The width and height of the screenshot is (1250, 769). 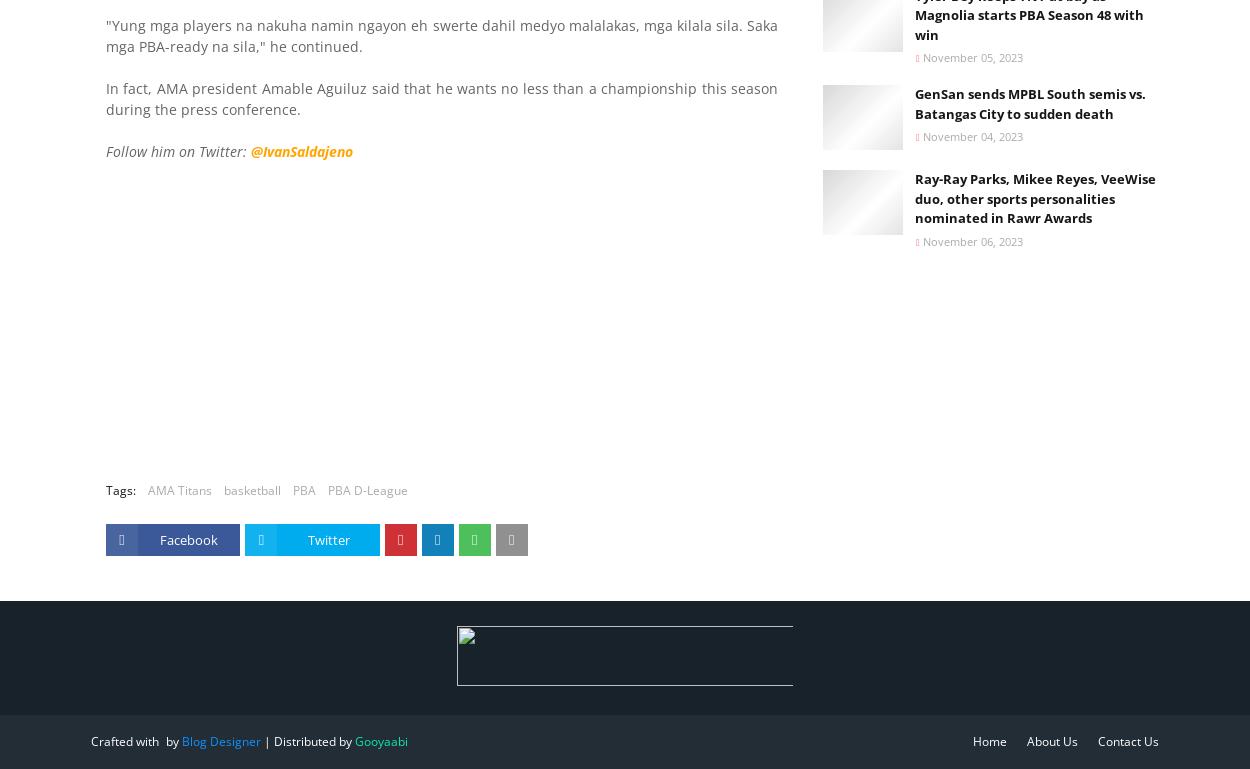 I want to click on '"', so click(x=108, y=23).